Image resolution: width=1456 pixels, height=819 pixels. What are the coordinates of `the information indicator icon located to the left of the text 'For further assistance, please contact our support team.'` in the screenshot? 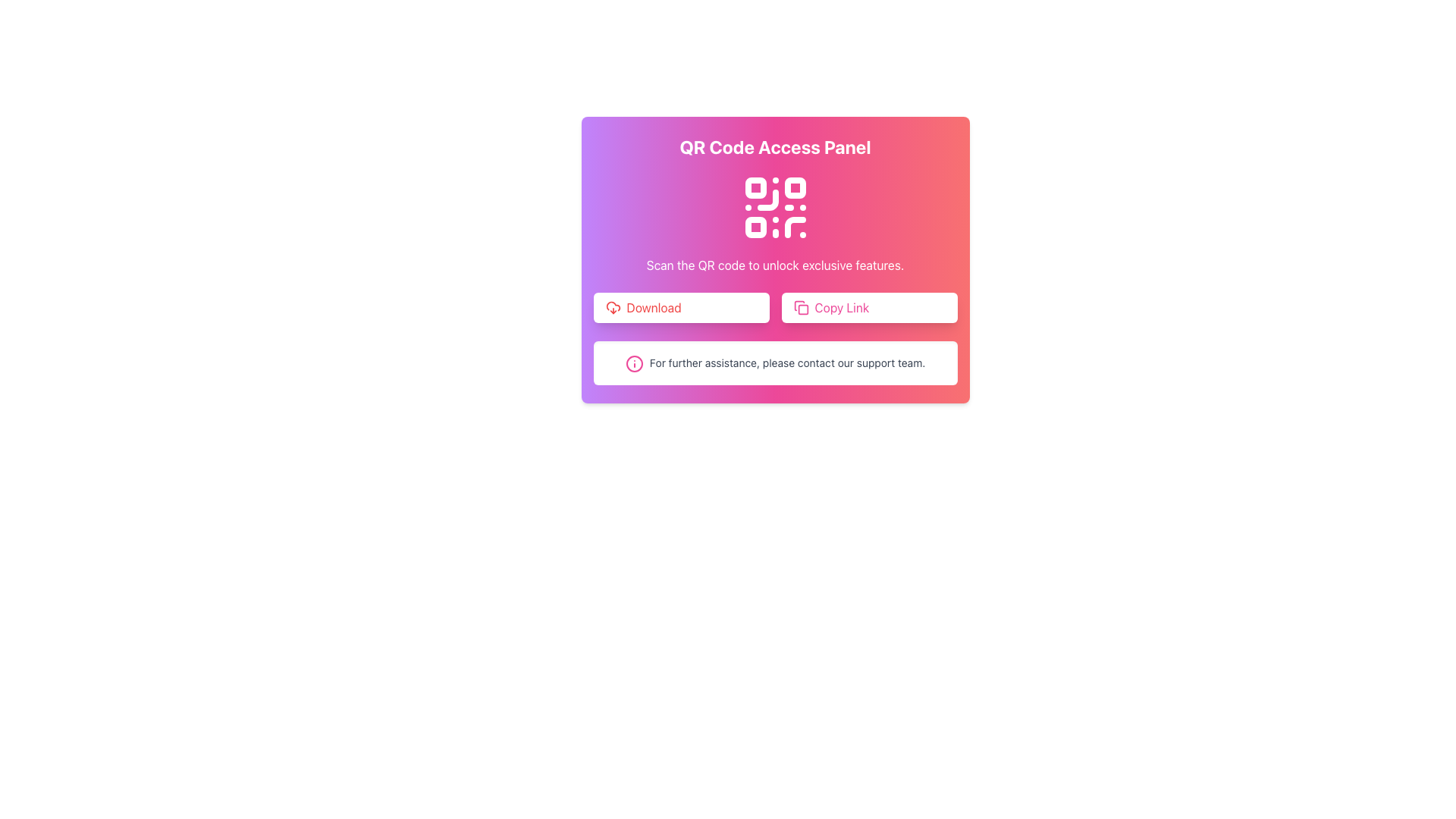 It's located at (634, 363).